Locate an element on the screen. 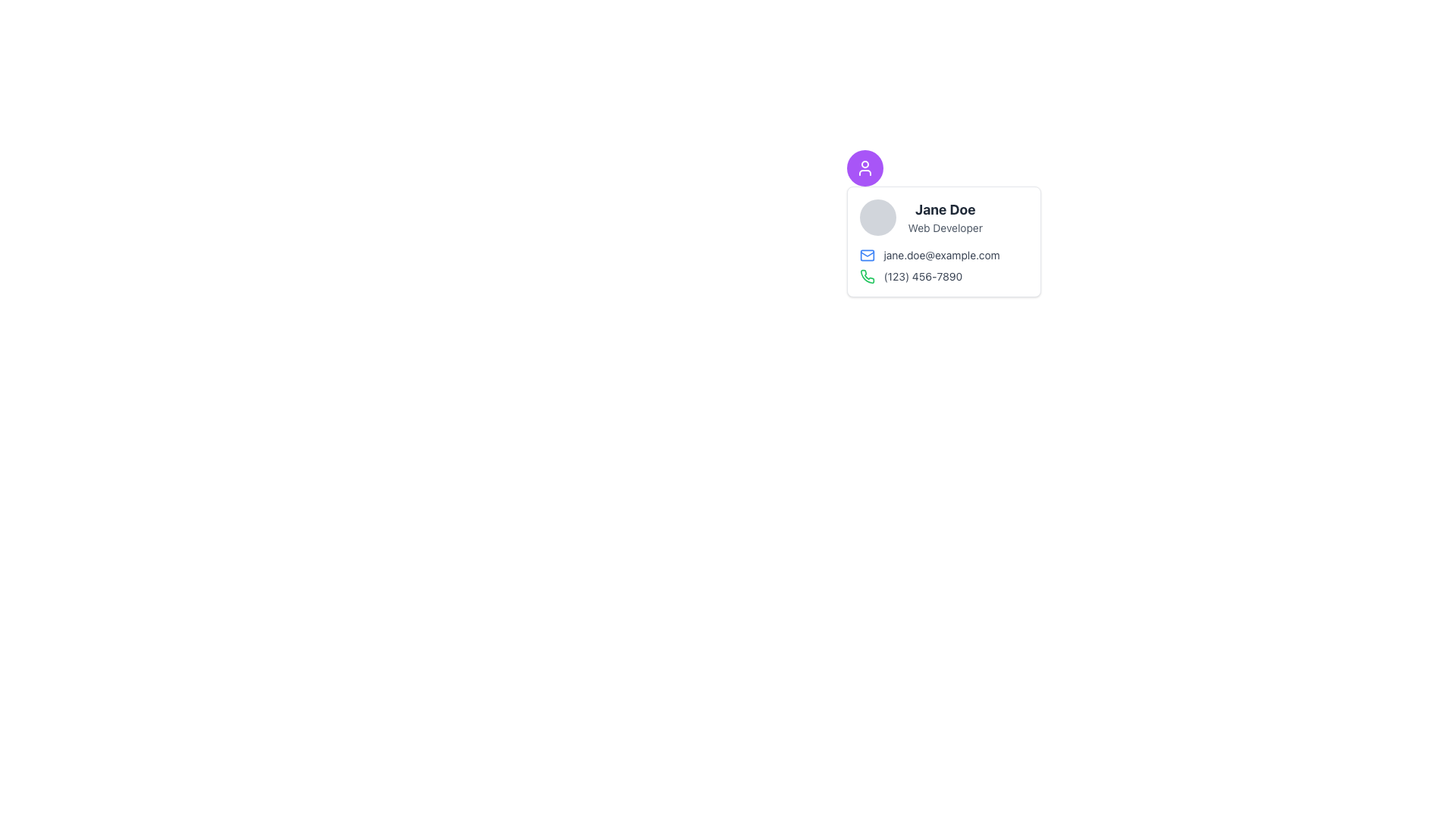  the user name text label in the profile block, which is positioned in the top row and above the 'Web Developer' text element is located at coordinates (944, 210).